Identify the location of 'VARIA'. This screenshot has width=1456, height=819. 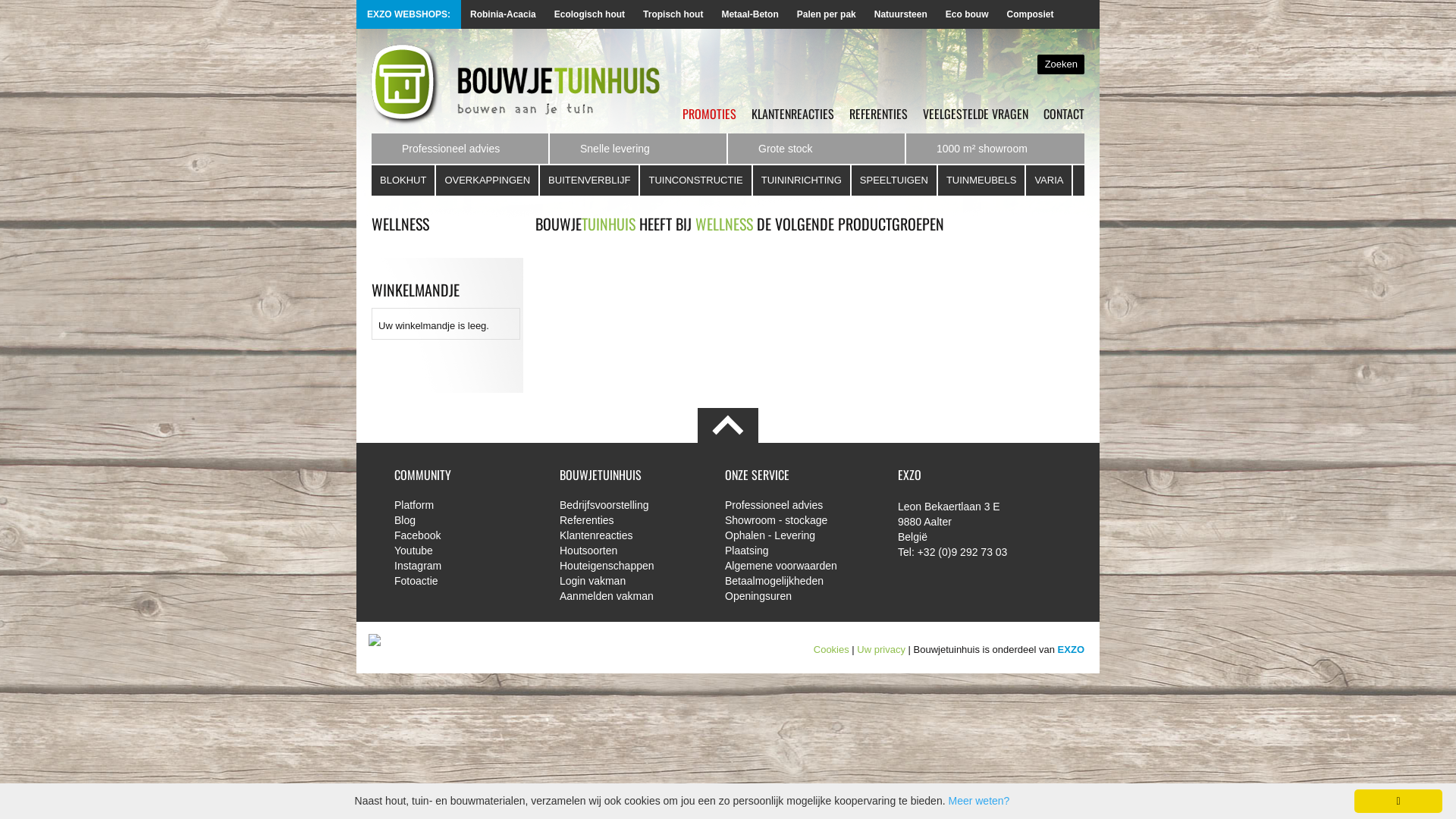
(1026, 180).